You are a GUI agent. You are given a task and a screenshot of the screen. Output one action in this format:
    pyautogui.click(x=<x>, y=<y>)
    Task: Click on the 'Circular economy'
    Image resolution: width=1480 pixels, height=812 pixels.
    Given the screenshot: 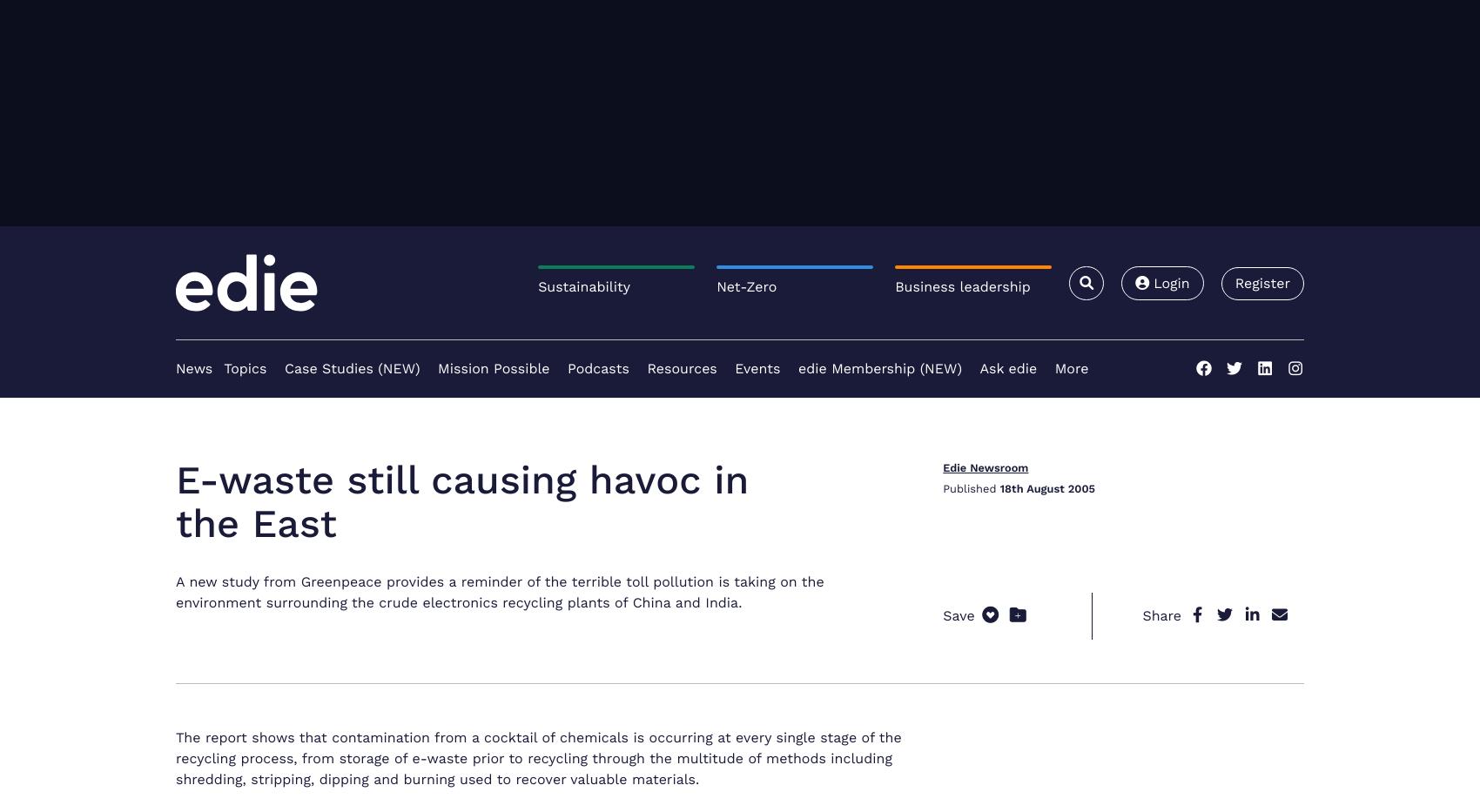 What is the action you would take?
    pyautogui.click(x=229, y=731)
    